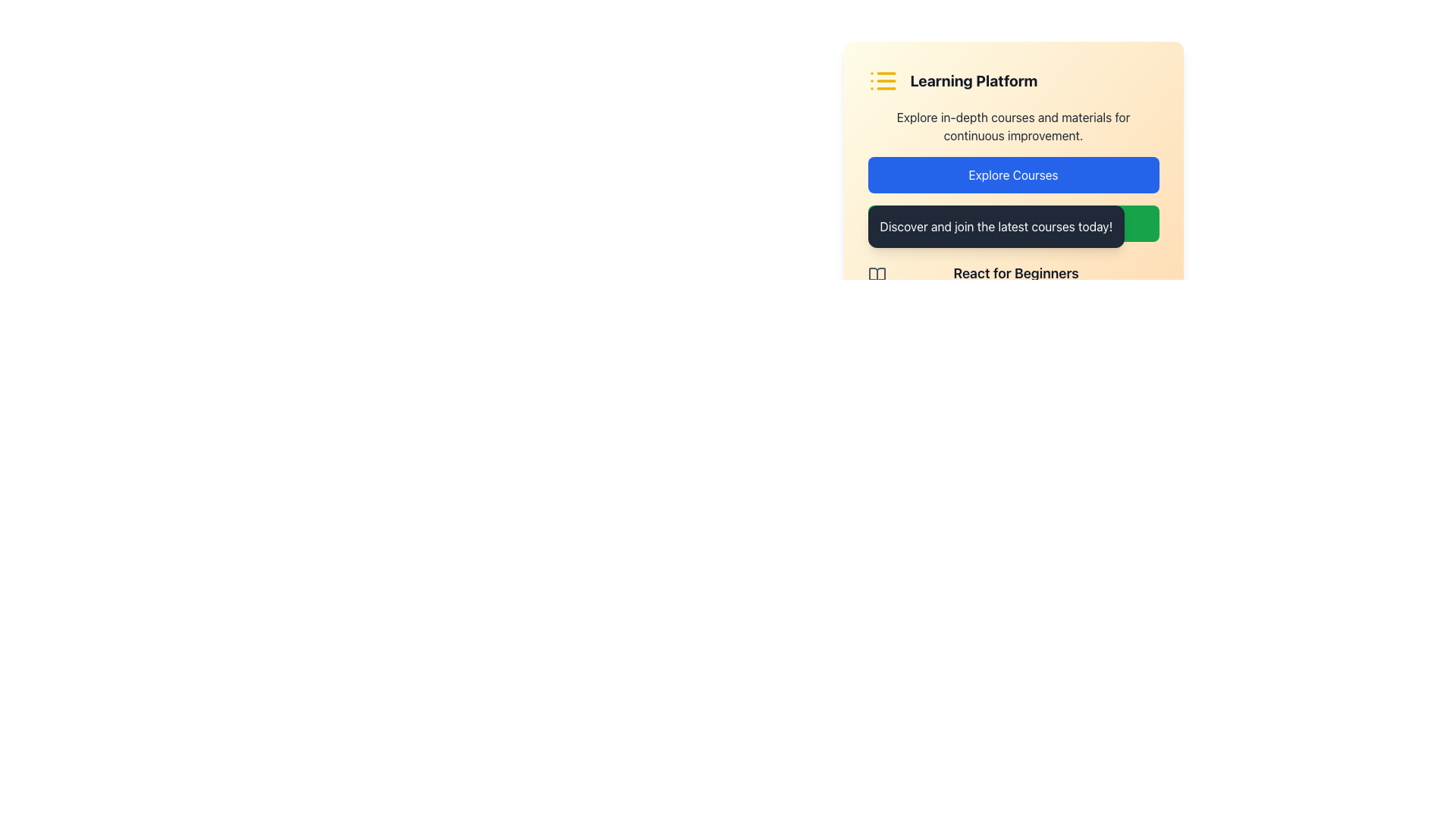 The width and height of the screenshot is (1456, 819). I want to click on the static text component providing promotional information about courses, located below the 'Explore Courses' button, so click(996, 227).